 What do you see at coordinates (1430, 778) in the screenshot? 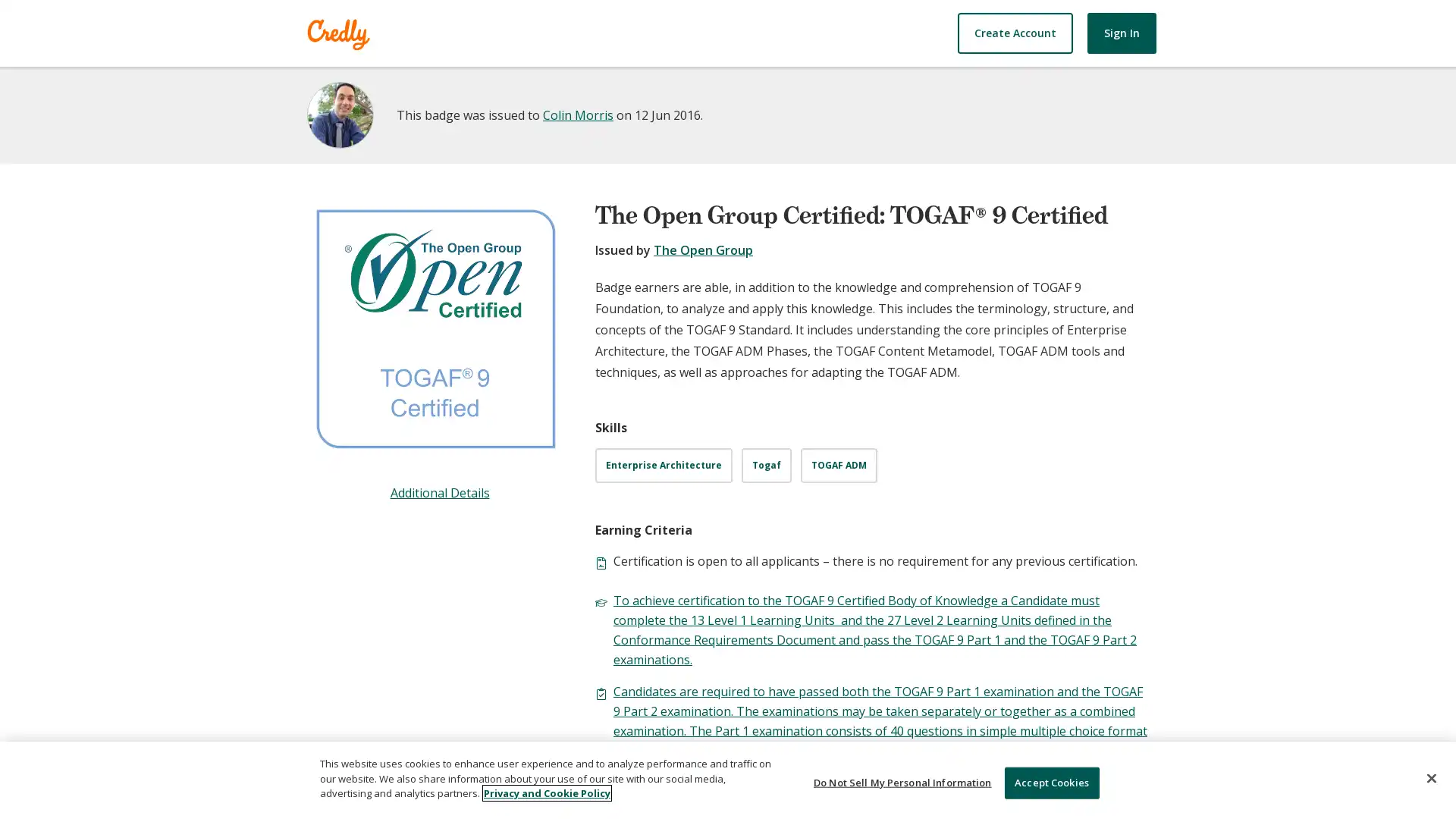
I see `Close` at bounding box center [1430, 778].